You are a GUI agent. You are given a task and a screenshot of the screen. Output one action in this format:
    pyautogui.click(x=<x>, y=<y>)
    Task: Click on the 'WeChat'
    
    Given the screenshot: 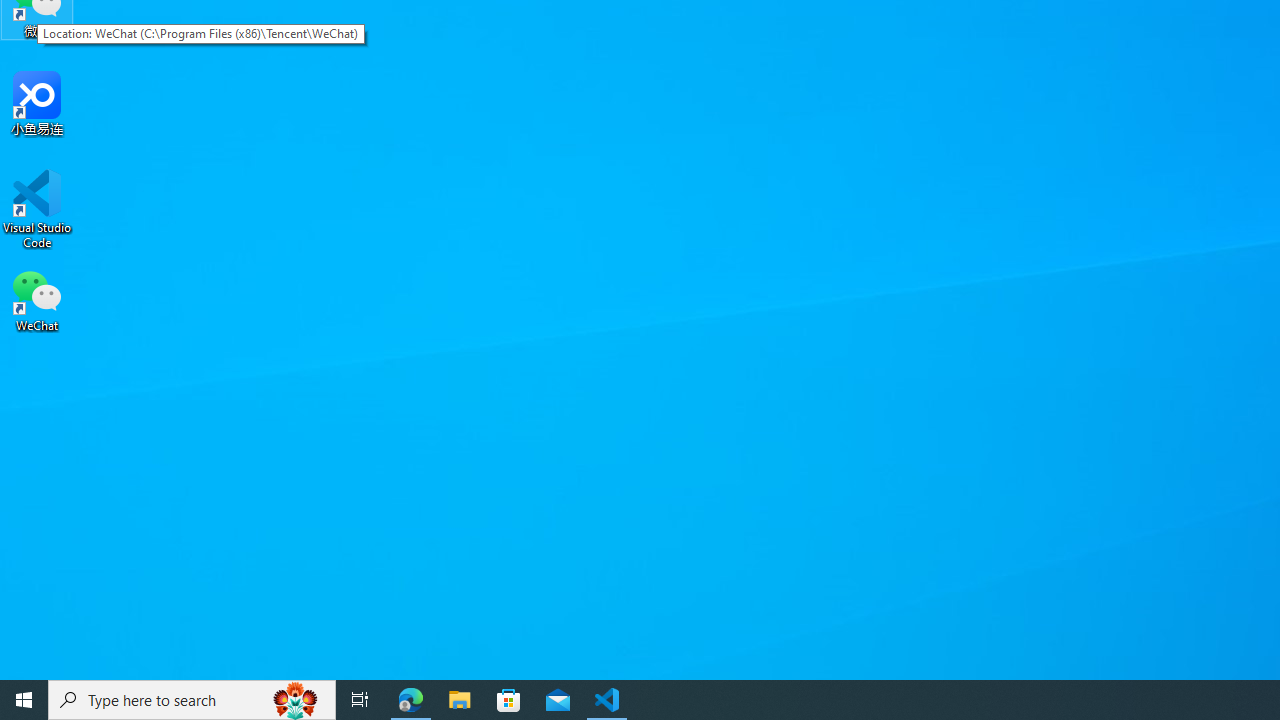 What is the action you would take?
    pyautogui.click(x=37, y=299)
    